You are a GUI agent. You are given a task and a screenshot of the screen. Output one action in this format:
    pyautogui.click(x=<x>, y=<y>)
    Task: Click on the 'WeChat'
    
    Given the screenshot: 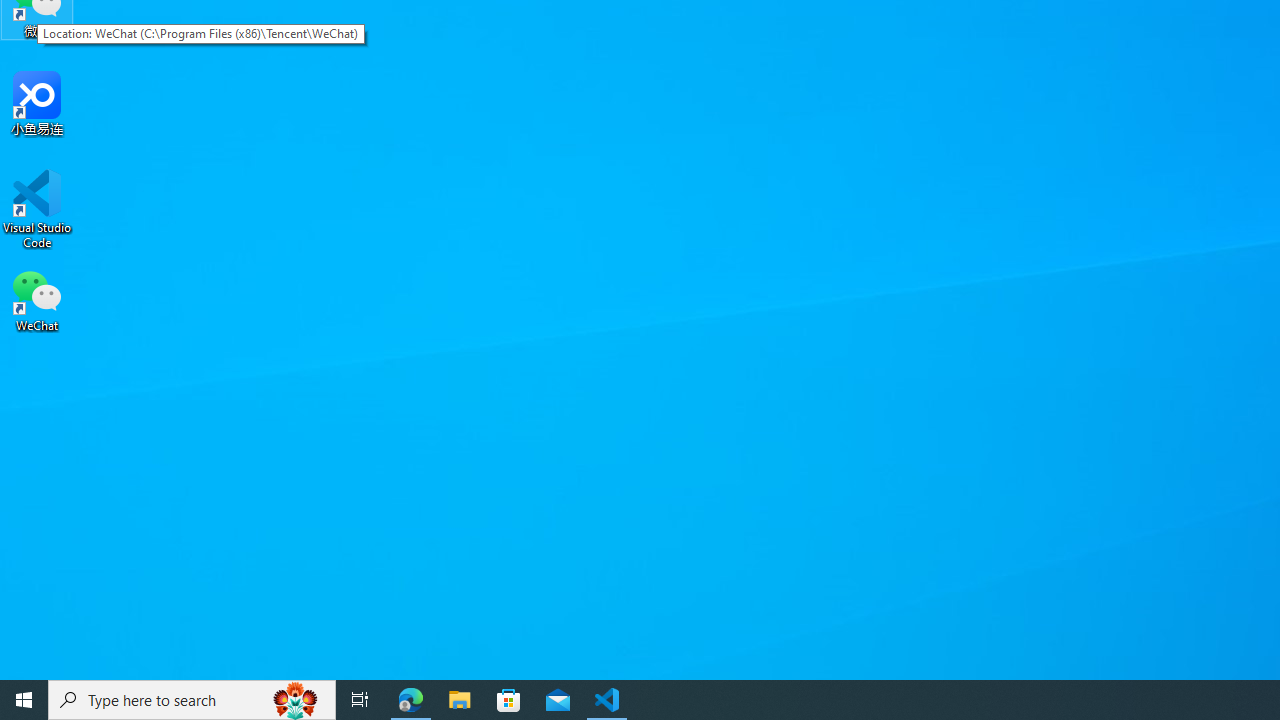 What is the action you would take?
    pyautogui.click(x=37, y=299)
    